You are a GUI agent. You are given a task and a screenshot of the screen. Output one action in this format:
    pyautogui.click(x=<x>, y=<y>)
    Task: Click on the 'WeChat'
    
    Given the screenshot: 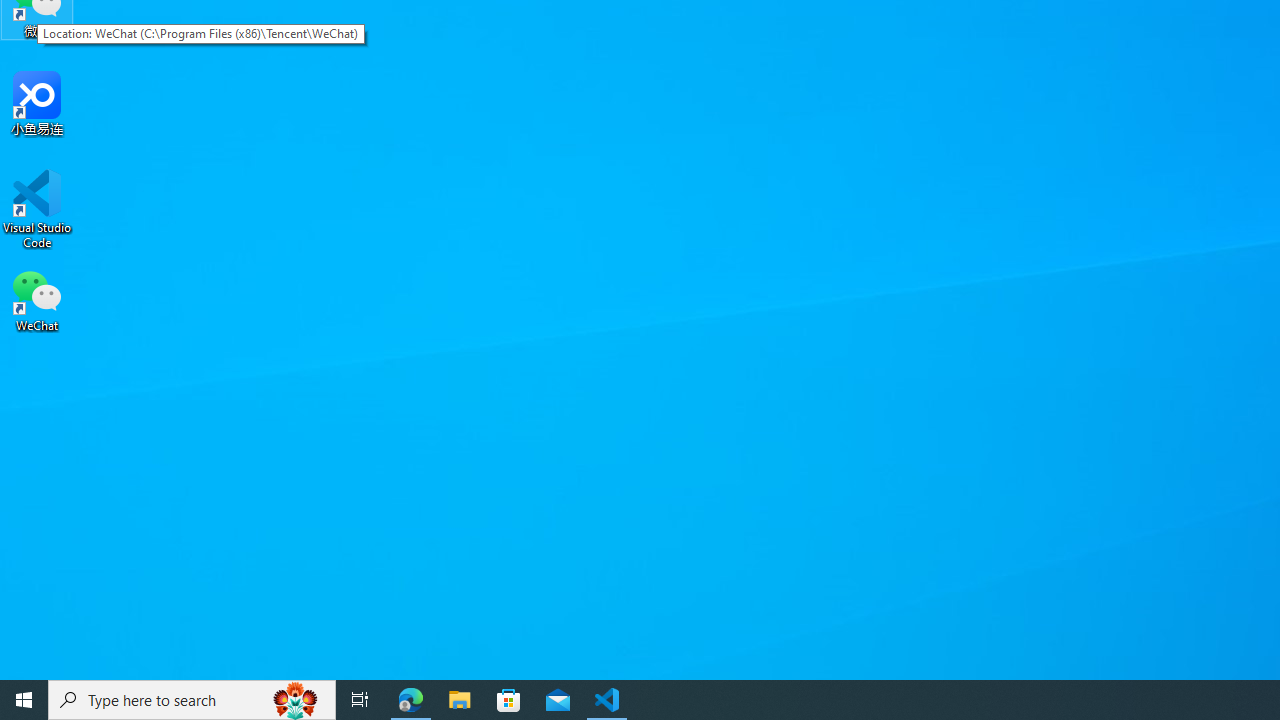 What is the action you would take?
    pyautogui.click(x=37, y=299)
    